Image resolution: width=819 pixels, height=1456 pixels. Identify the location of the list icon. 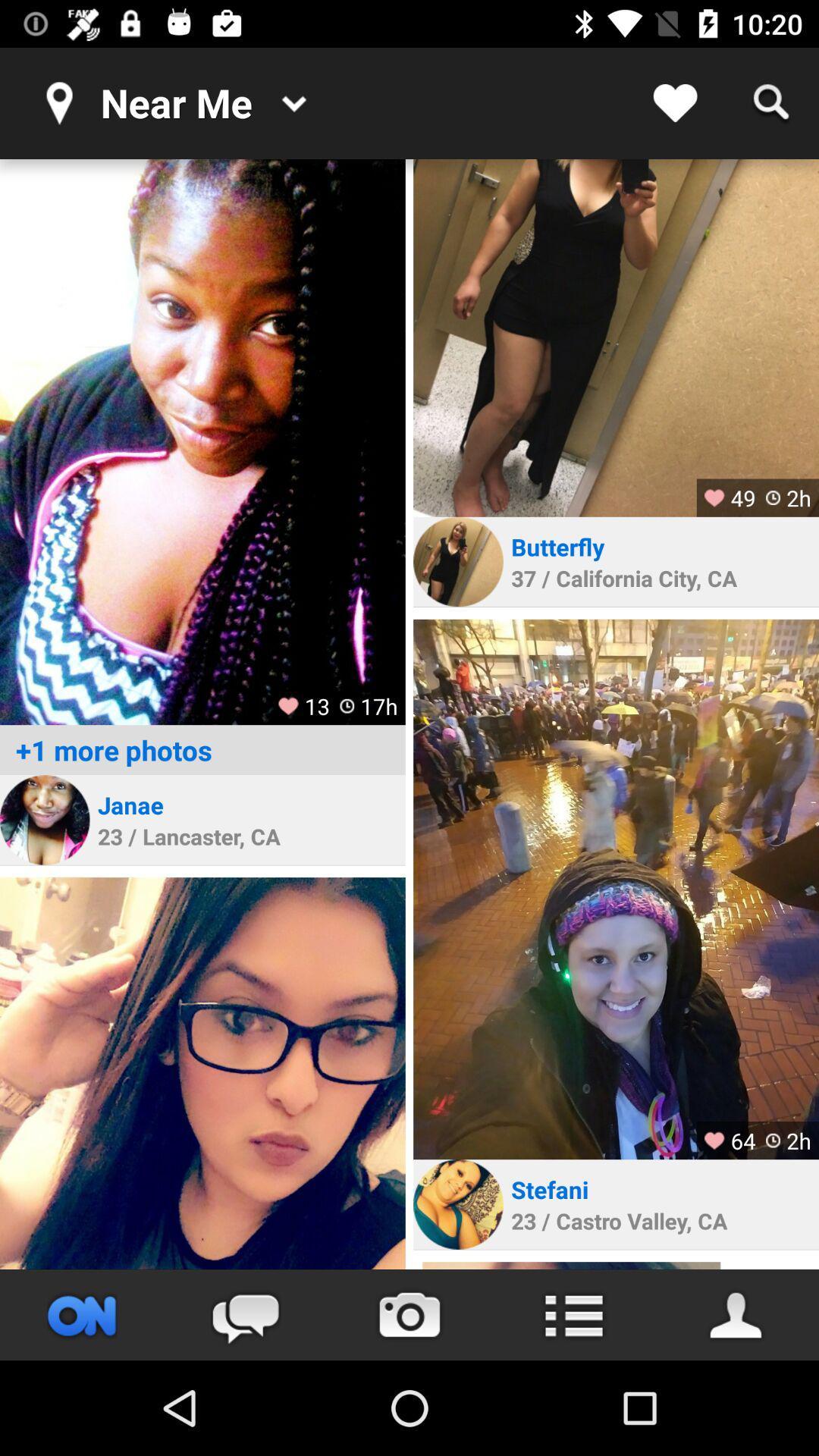
(573, 1314).